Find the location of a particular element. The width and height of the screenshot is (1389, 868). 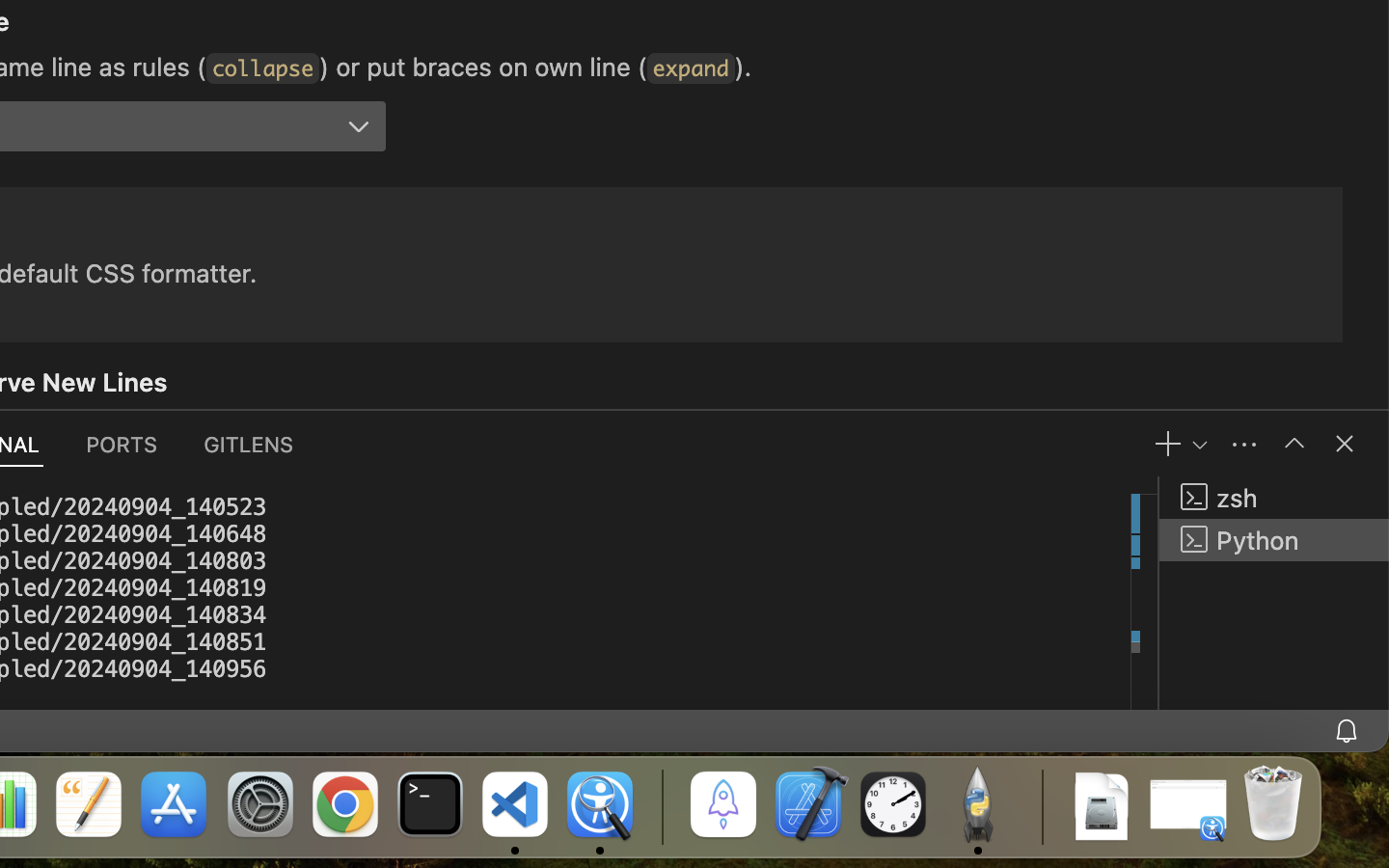

') or put braces on own line (' is located at coordinates (482, 66).